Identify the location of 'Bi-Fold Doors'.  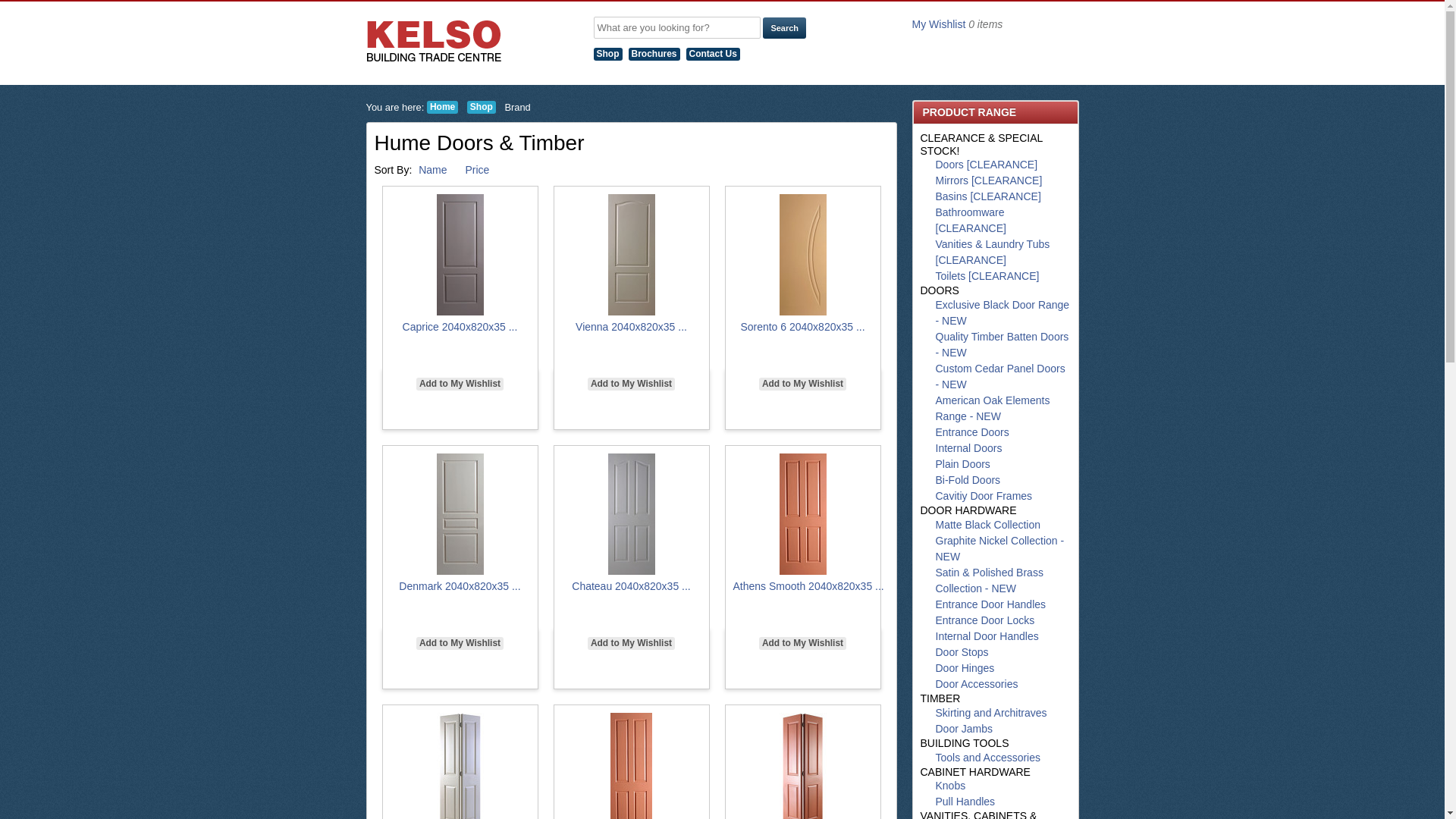
(967, 479).